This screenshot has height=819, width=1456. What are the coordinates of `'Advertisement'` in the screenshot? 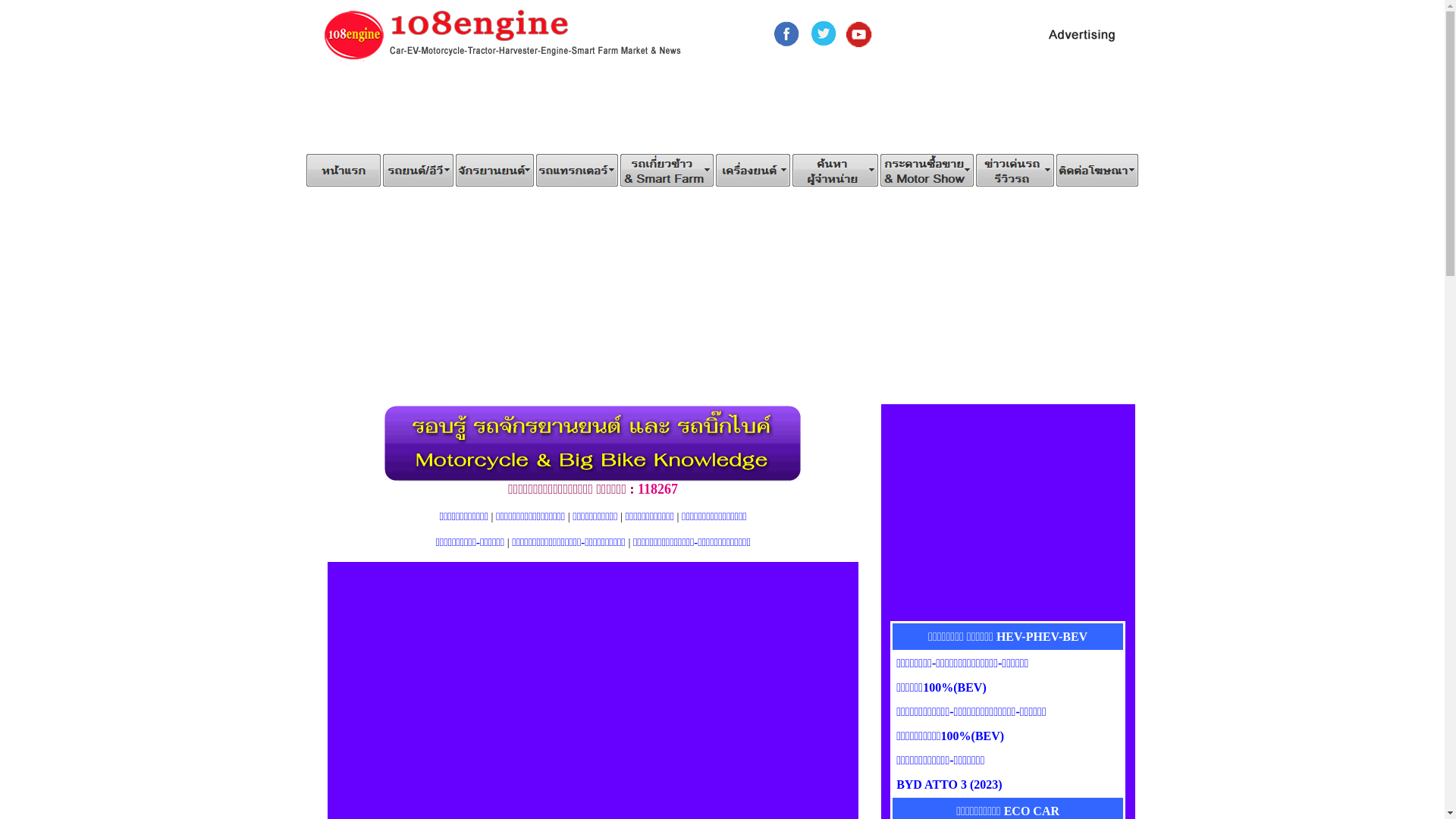 It's located at (1008, 513).